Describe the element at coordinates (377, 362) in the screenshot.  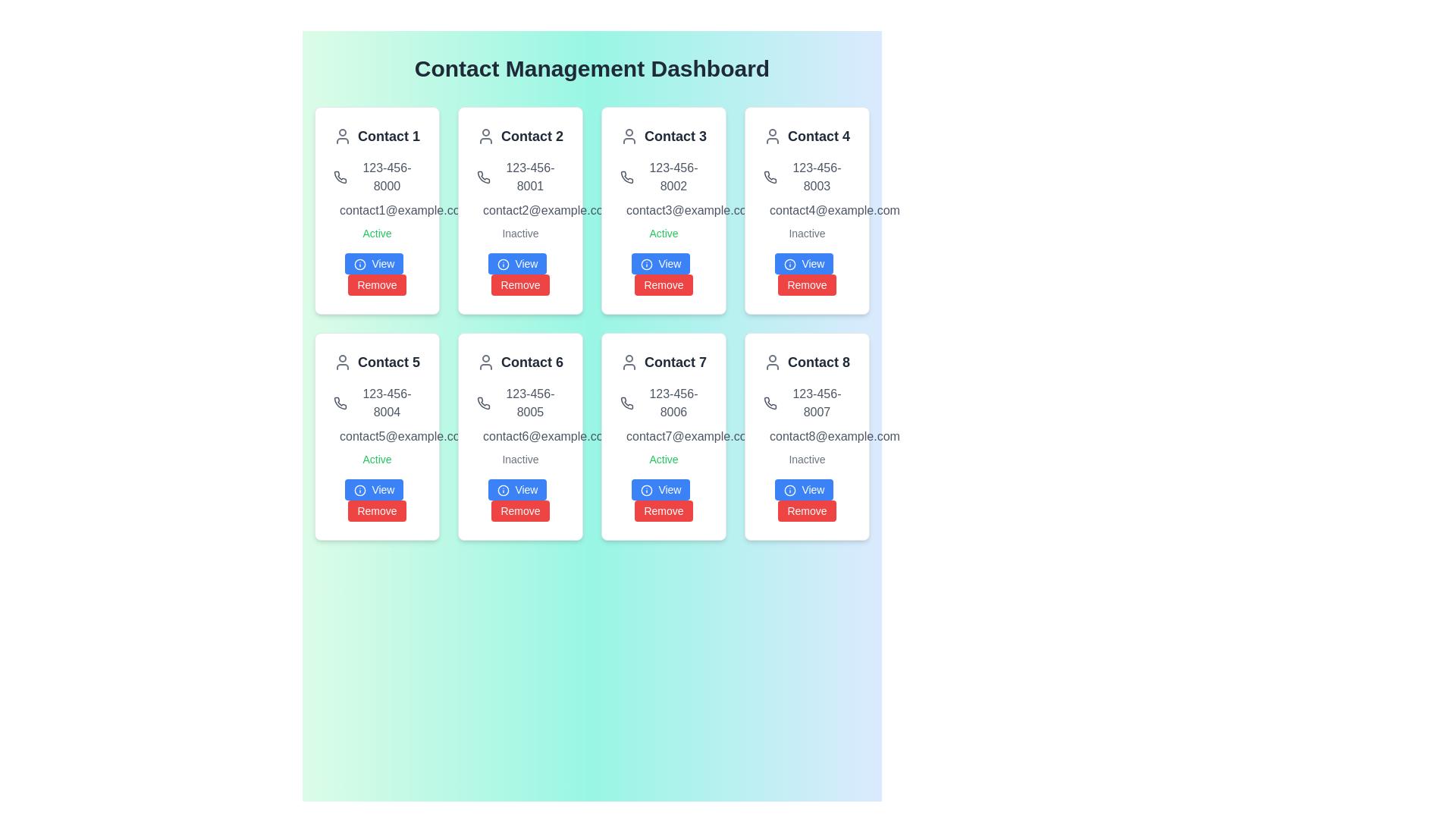
I see `the Text label displaying the name of the contact in the contact card labeled 'Contact 5', which is positioned at the top of the second row in the grid of contact cards` at that location.